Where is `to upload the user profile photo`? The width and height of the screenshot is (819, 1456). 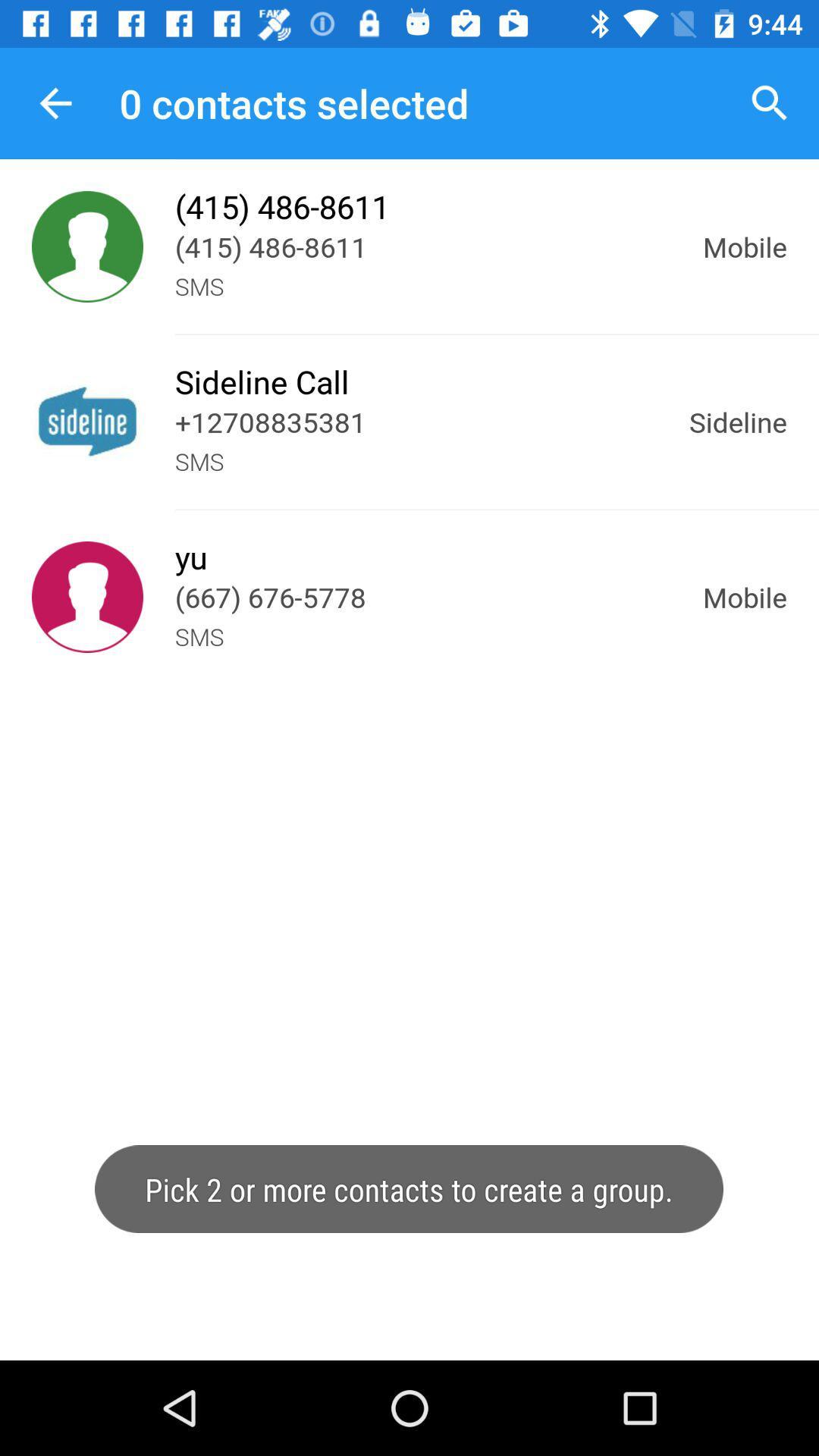 to upload the user profile photo is located at coordinates (87, 246).